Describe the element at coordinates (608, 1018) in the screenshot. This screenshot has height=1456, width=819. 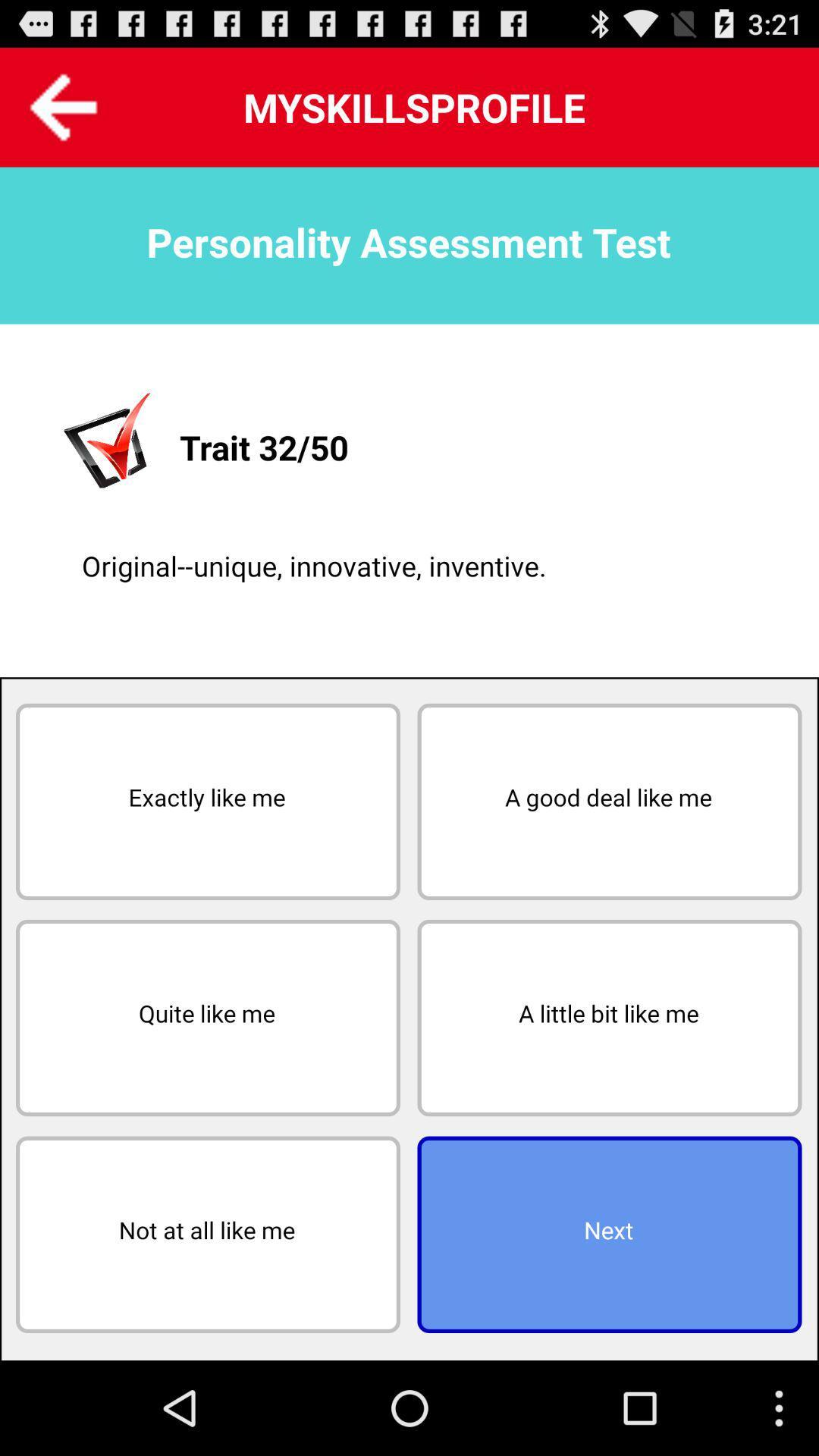
I see `icon next to the quite like me button` at that location.